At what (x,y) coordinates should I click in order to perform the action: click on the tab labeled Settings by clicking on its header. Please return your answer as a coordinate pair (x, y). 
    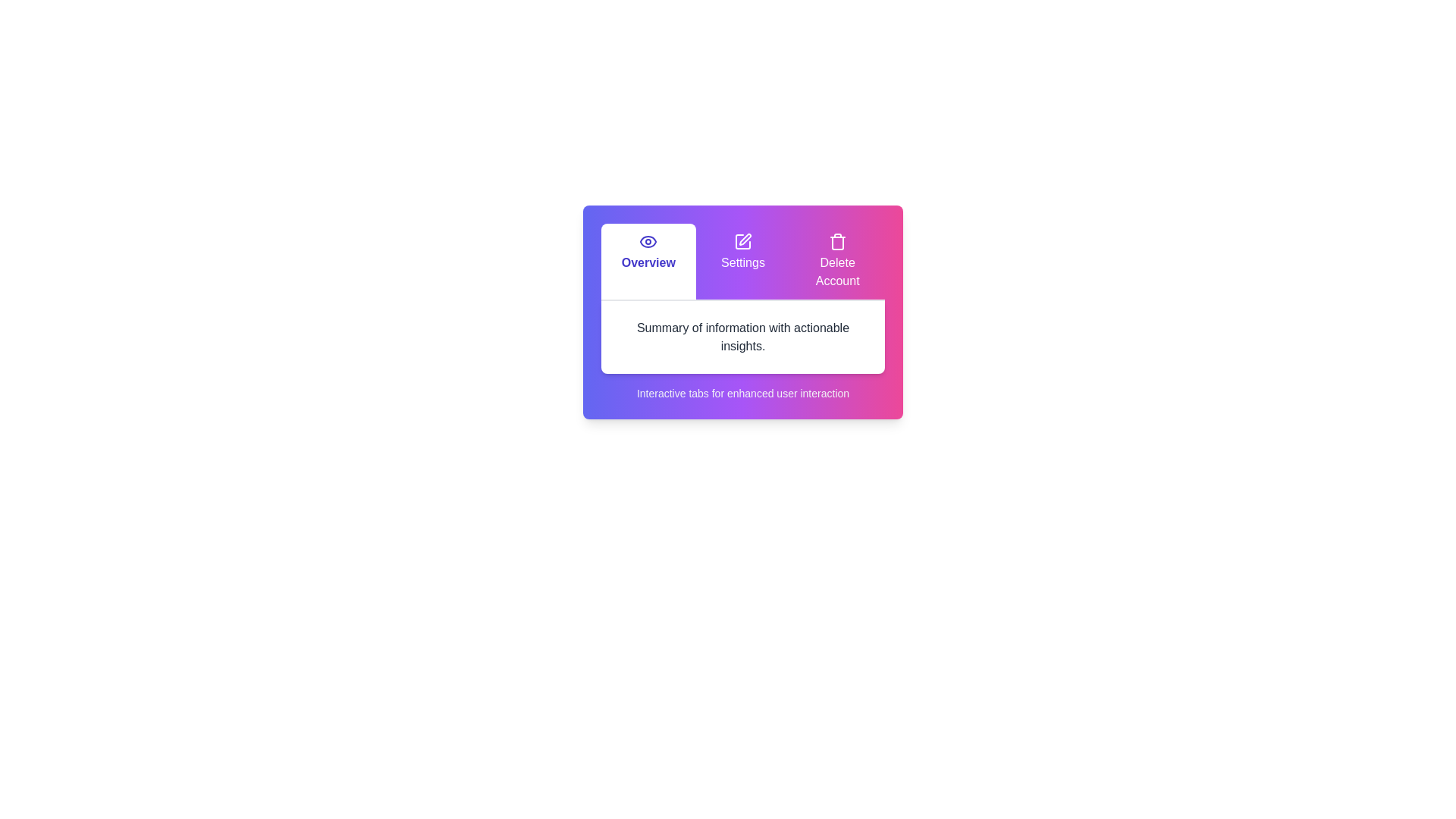
    Looking at the image, I should click on (742, 260).